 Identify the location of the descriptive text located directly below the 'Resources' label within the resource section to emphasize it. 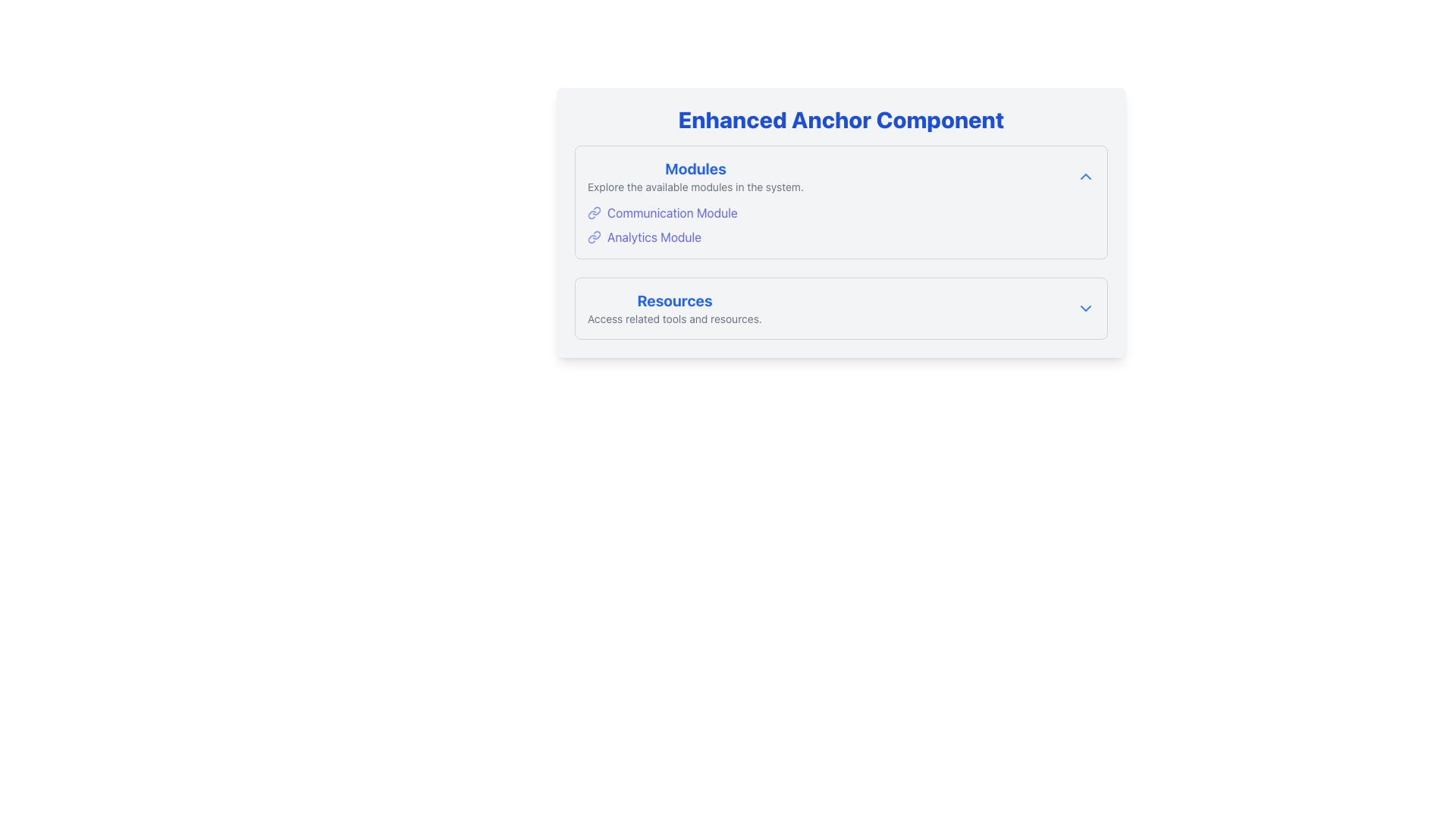
(673, 318).